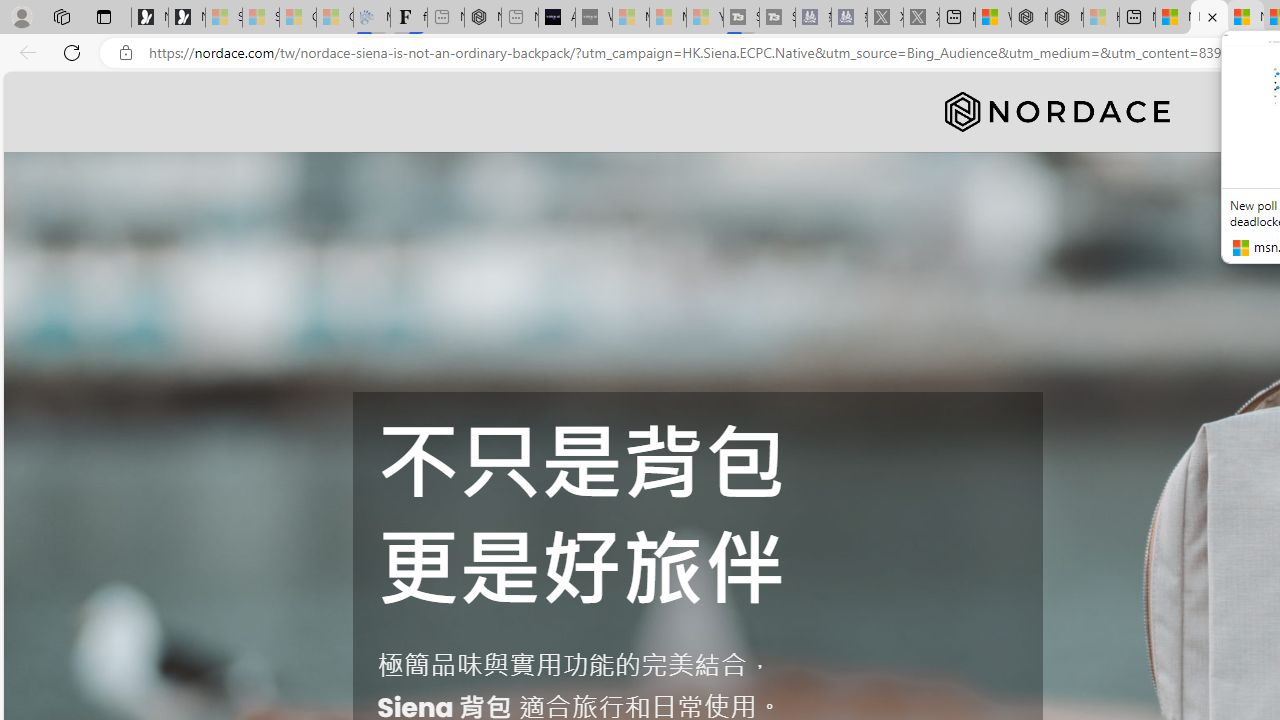 The width and height of the screenshot is (1280, 720). Describe the element at coordinates (592, 17) in the screenshot. I see `'What'` at that location.